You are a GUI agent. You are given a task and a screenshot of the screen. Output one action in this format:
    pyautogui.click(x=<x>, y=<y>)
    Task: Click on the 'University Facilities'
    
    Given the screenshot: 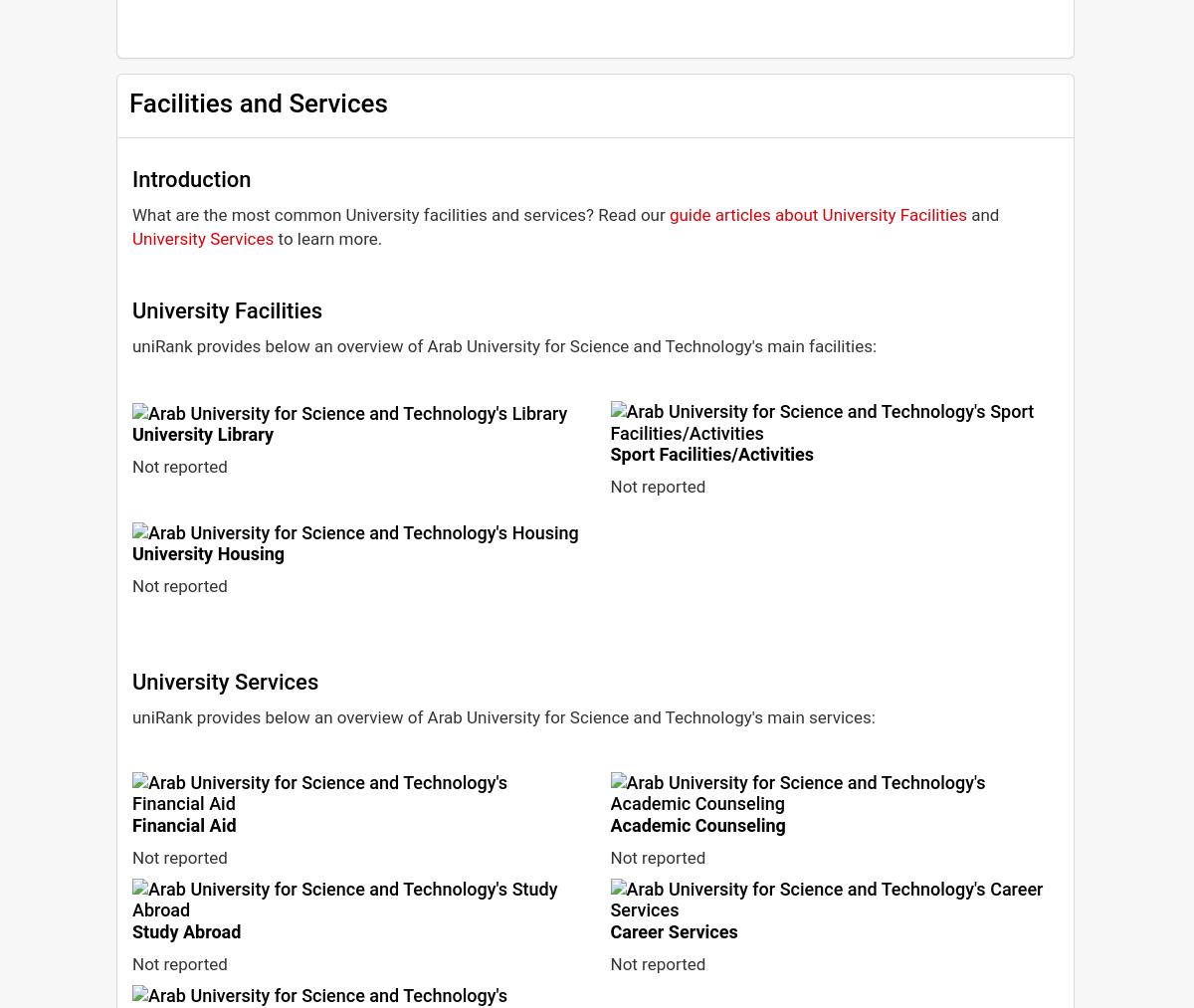 What is the action you would take?
    pyautogui.click(x=226, y=310)
    